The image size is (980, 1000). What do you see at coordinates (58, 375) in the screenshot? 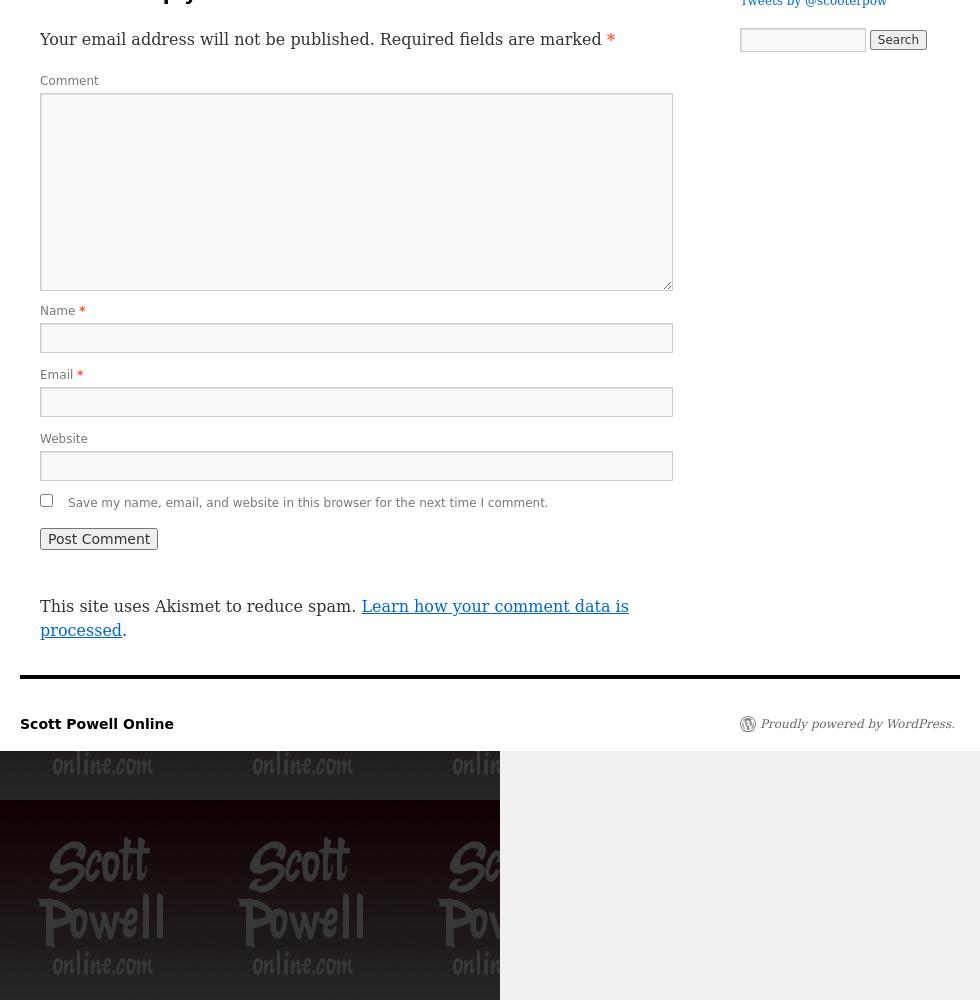
I see `'Email'` at bounding box center [58, 375].